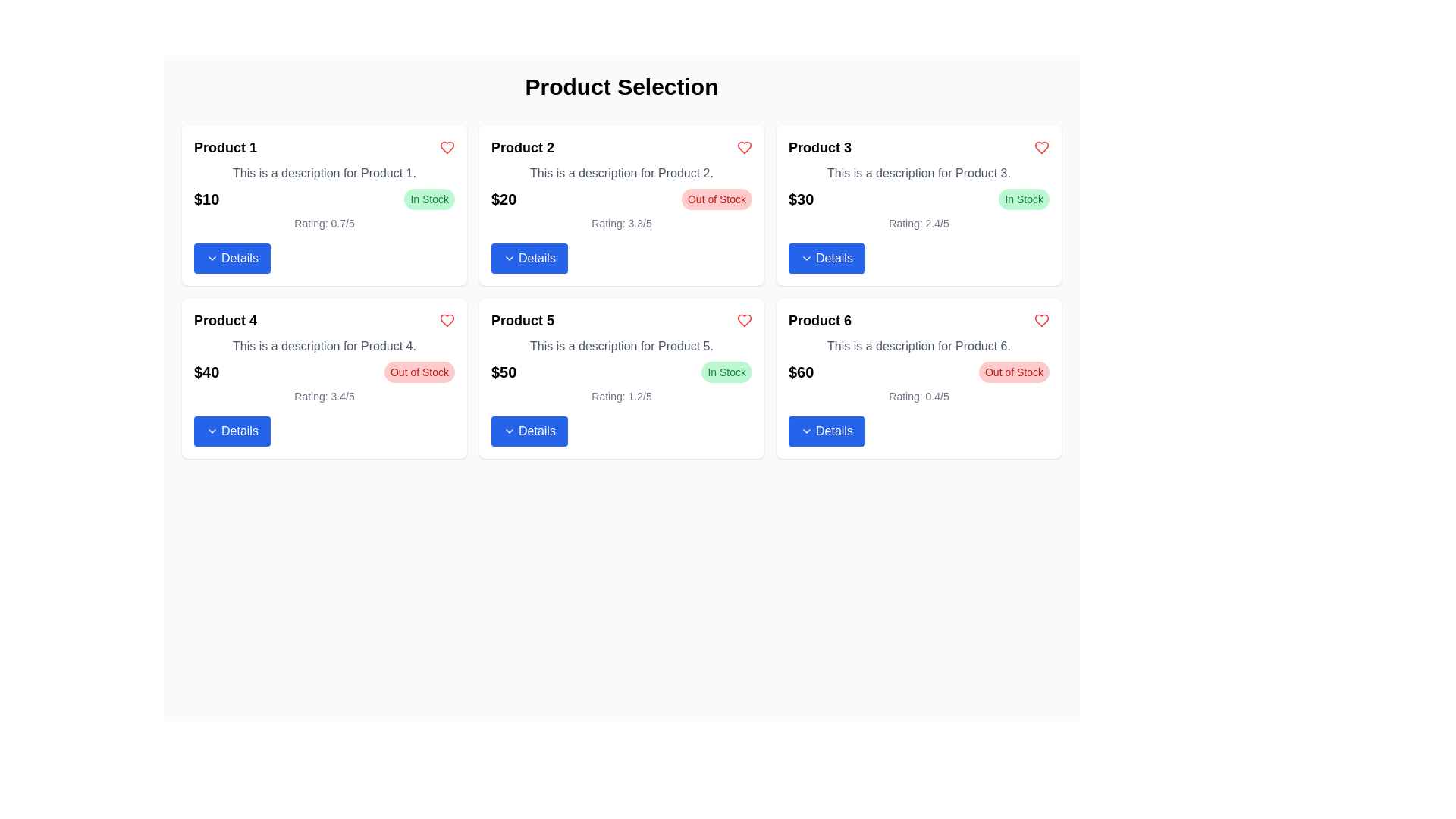 This screenshot has width=1456, height=819. I want to click on the 'In Stock' status badge displayed in a green rounded rectangular badge located within the card titled 'Product 3', adjacent to the $30 price tag, so click(1024, 198).